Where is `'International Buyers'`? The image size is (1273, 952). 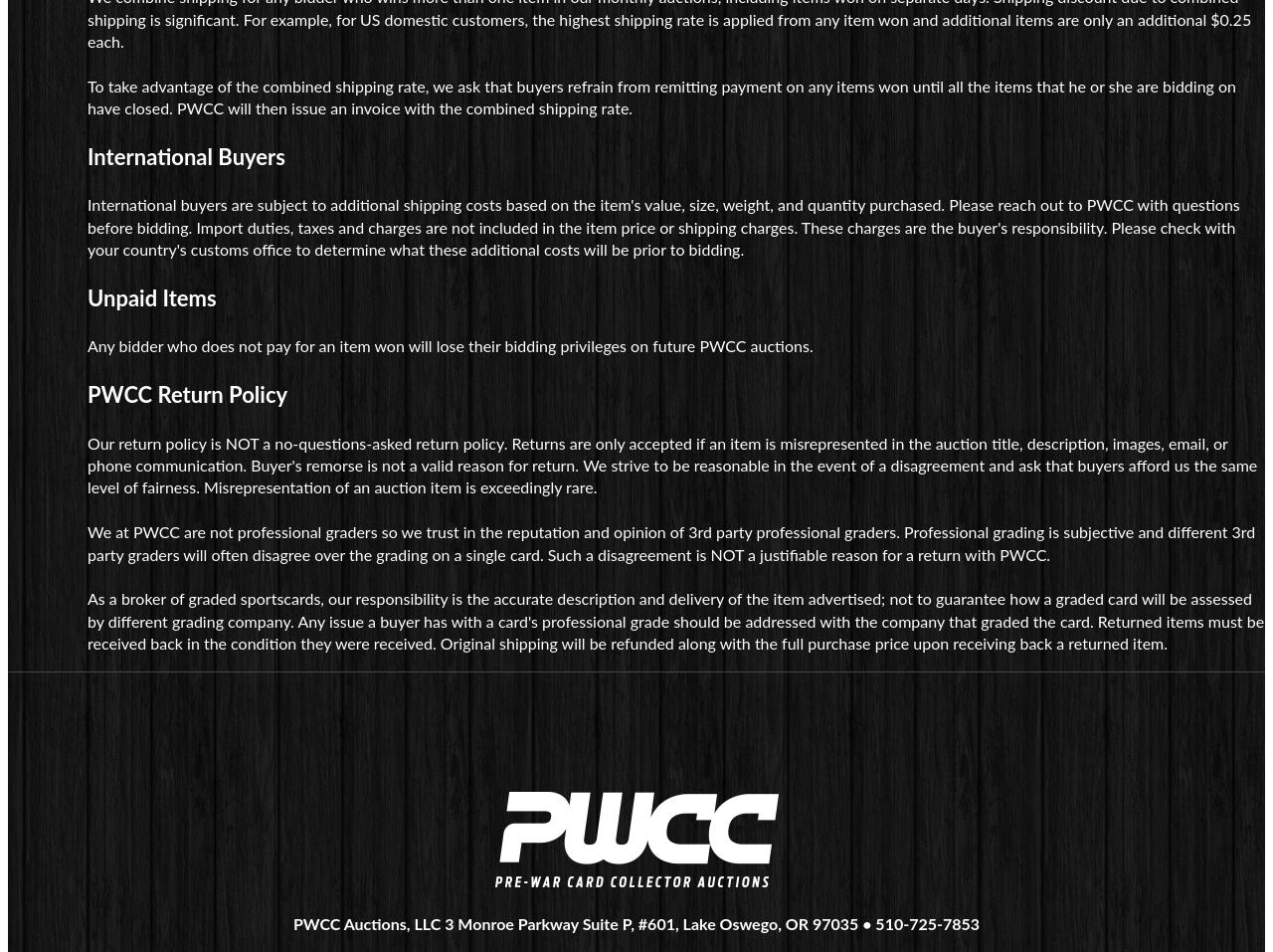 'International Buyers' is located at coordinates (186, 157).